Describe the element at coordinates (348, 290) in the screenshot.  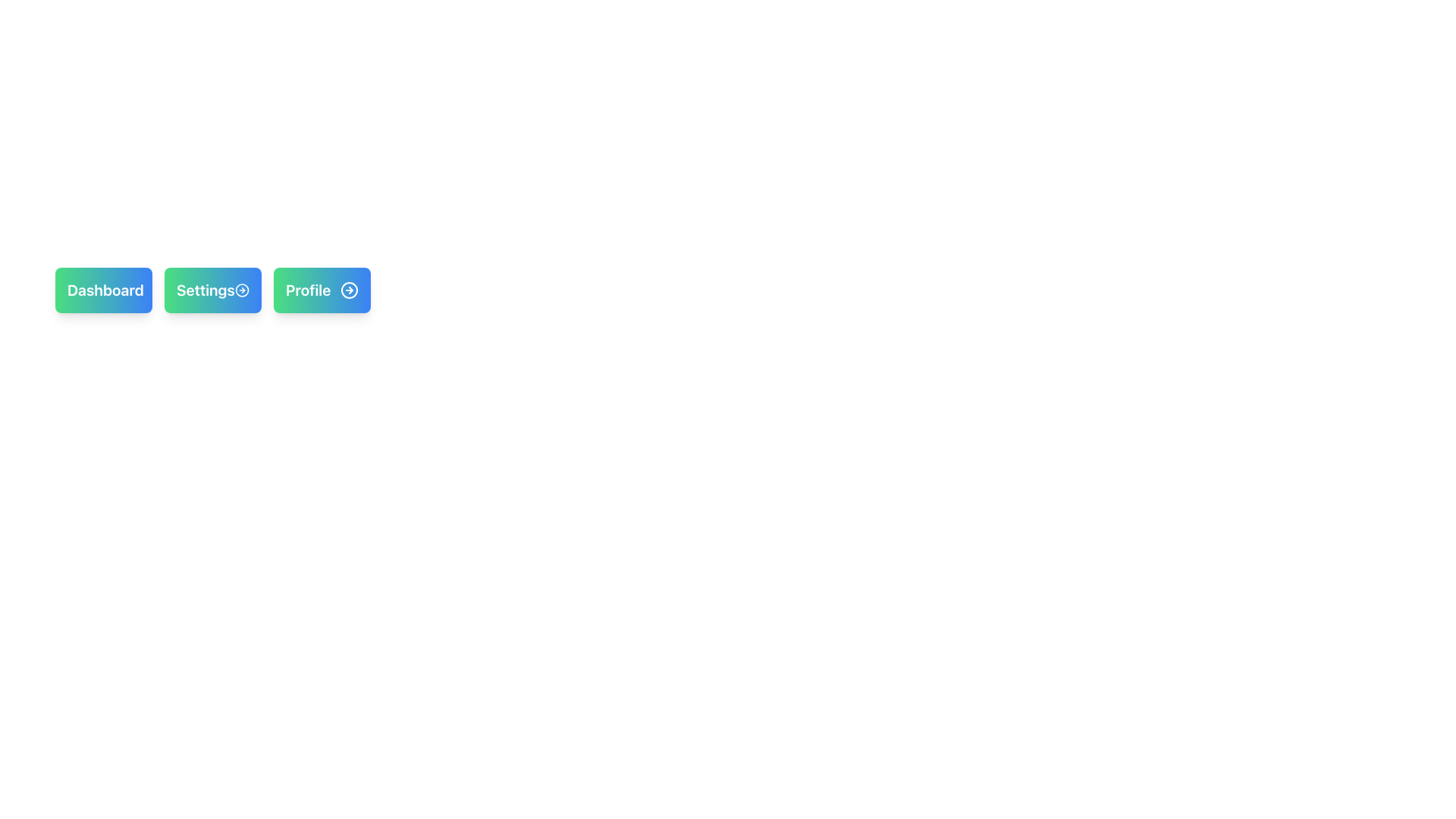
I see `the directional icon located to the right of the 'Profile' button` at that location.